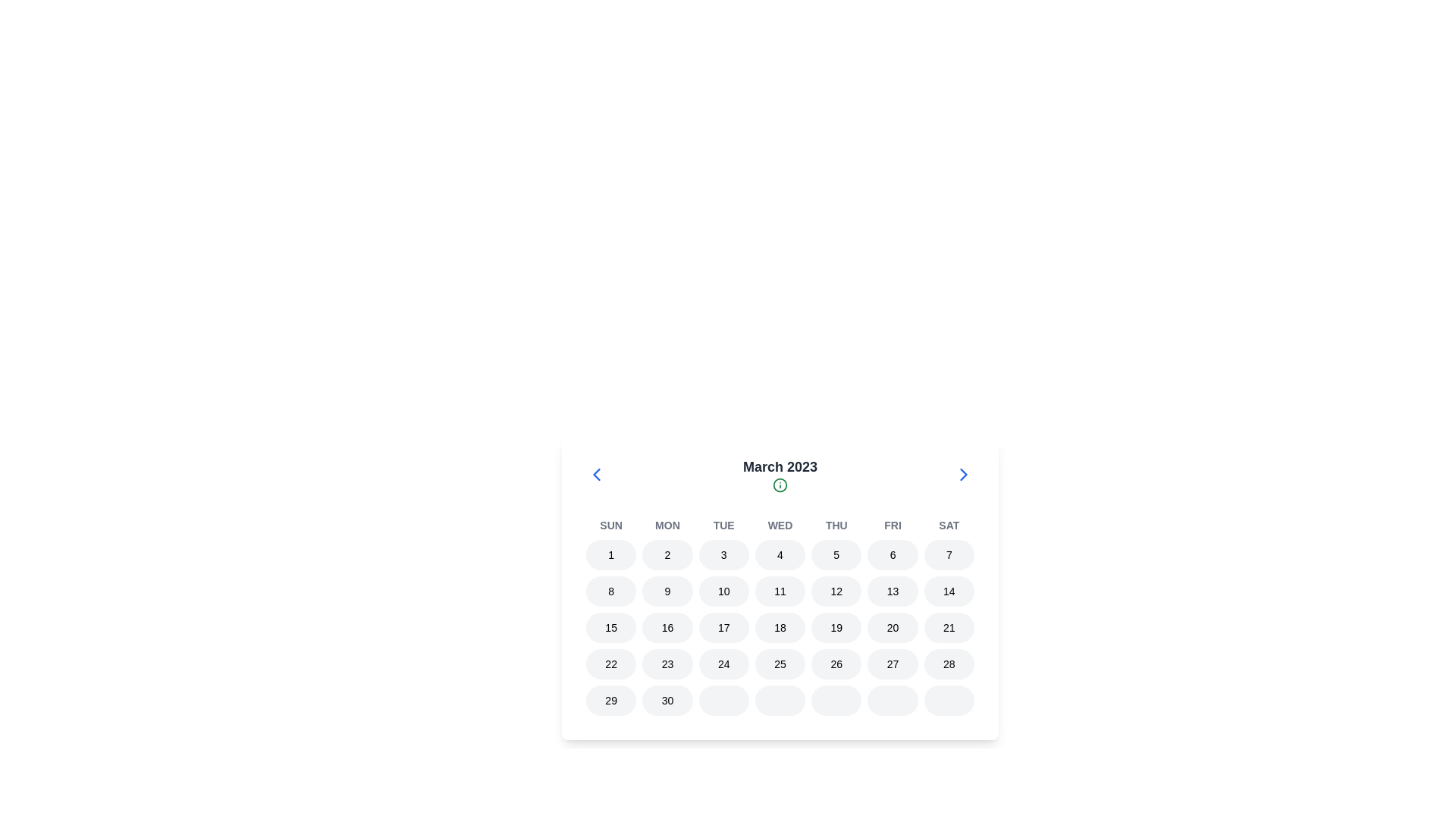  What do you see at coordinates (780, 485) in the screenshot?
I see `the circular icon with a green border located beneath the 'March 2023' title` at bounding box center [780, 485].